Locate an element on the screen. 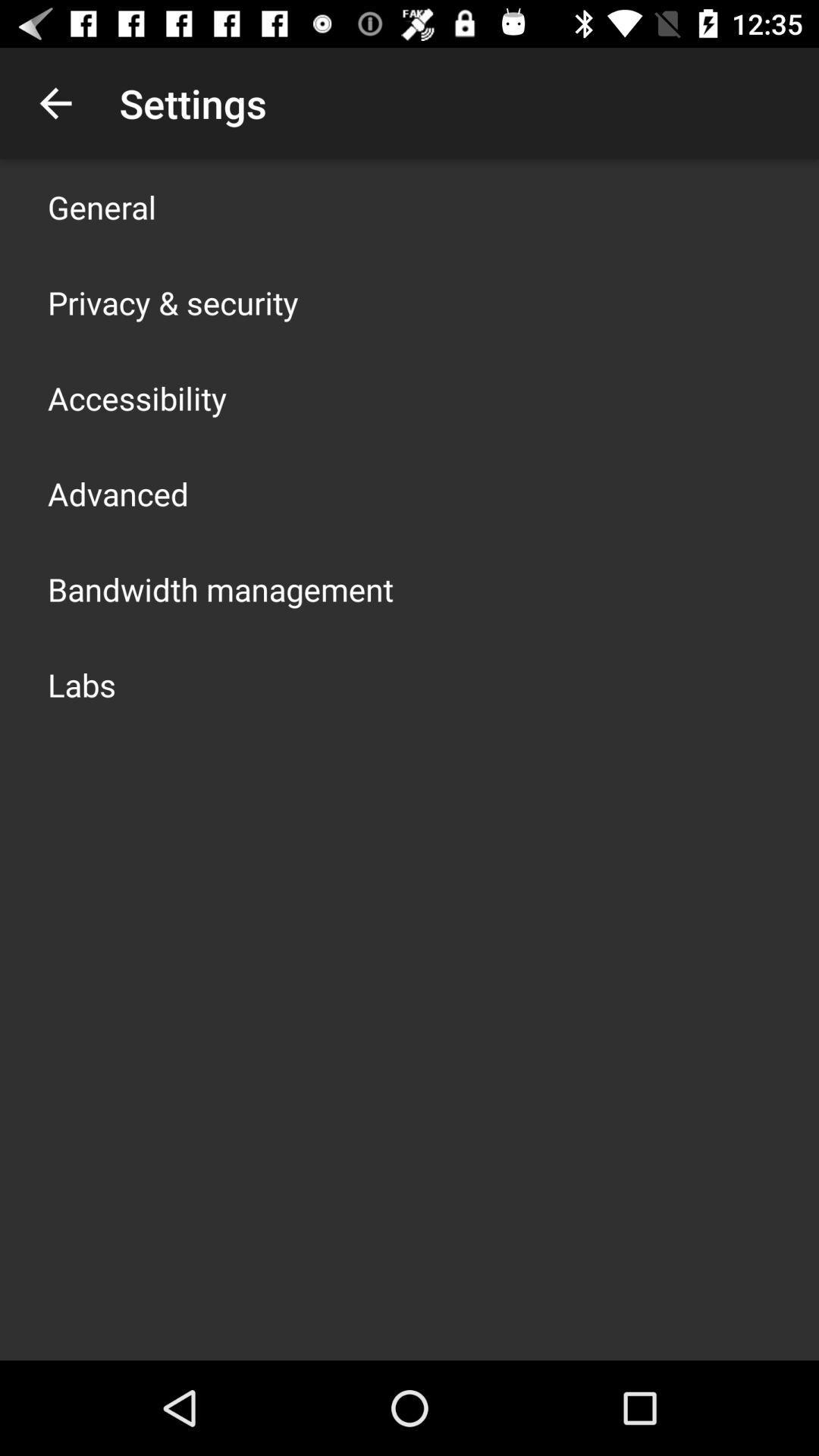 The width and height of the screenshot is (819, 1456). app below advanced is located at coordinates (220, 588).